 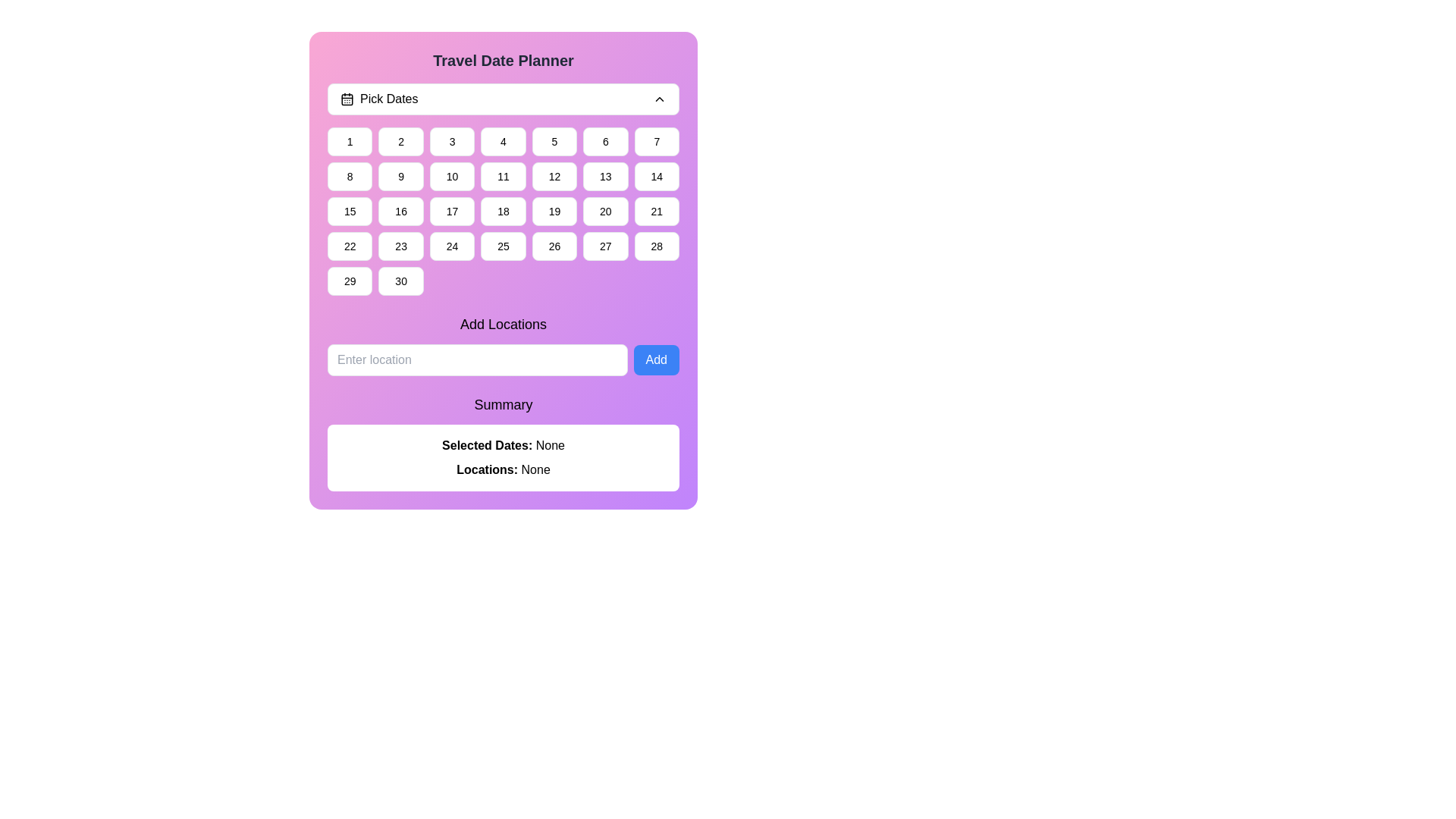 What do you see at coordinates (401, 211) in the screenshot?
I see `the button` at bounding box center [401, 211].